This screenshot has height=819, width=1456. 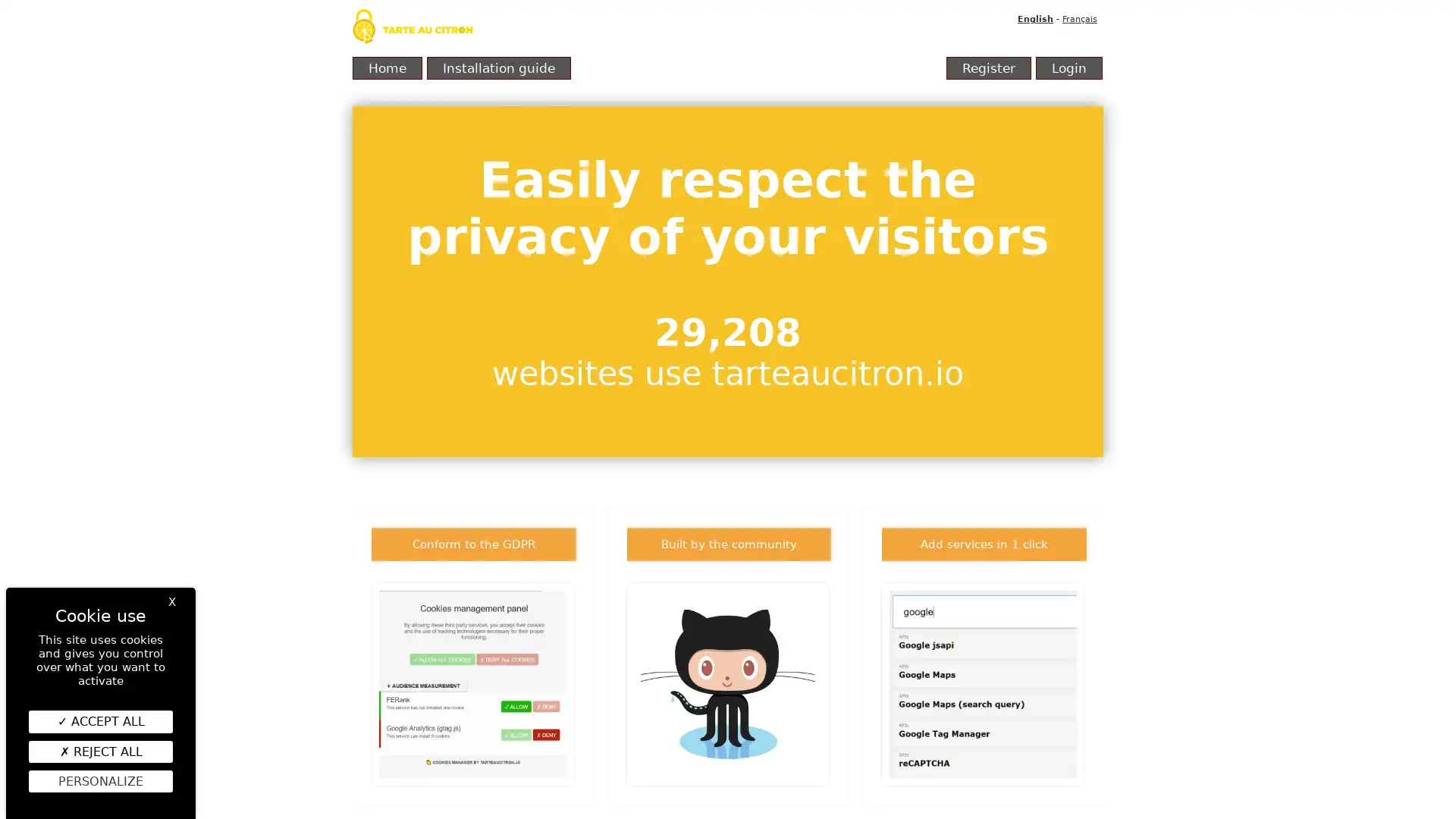 I want to click on ACCEPT ALL, so click(x=100, y=720).